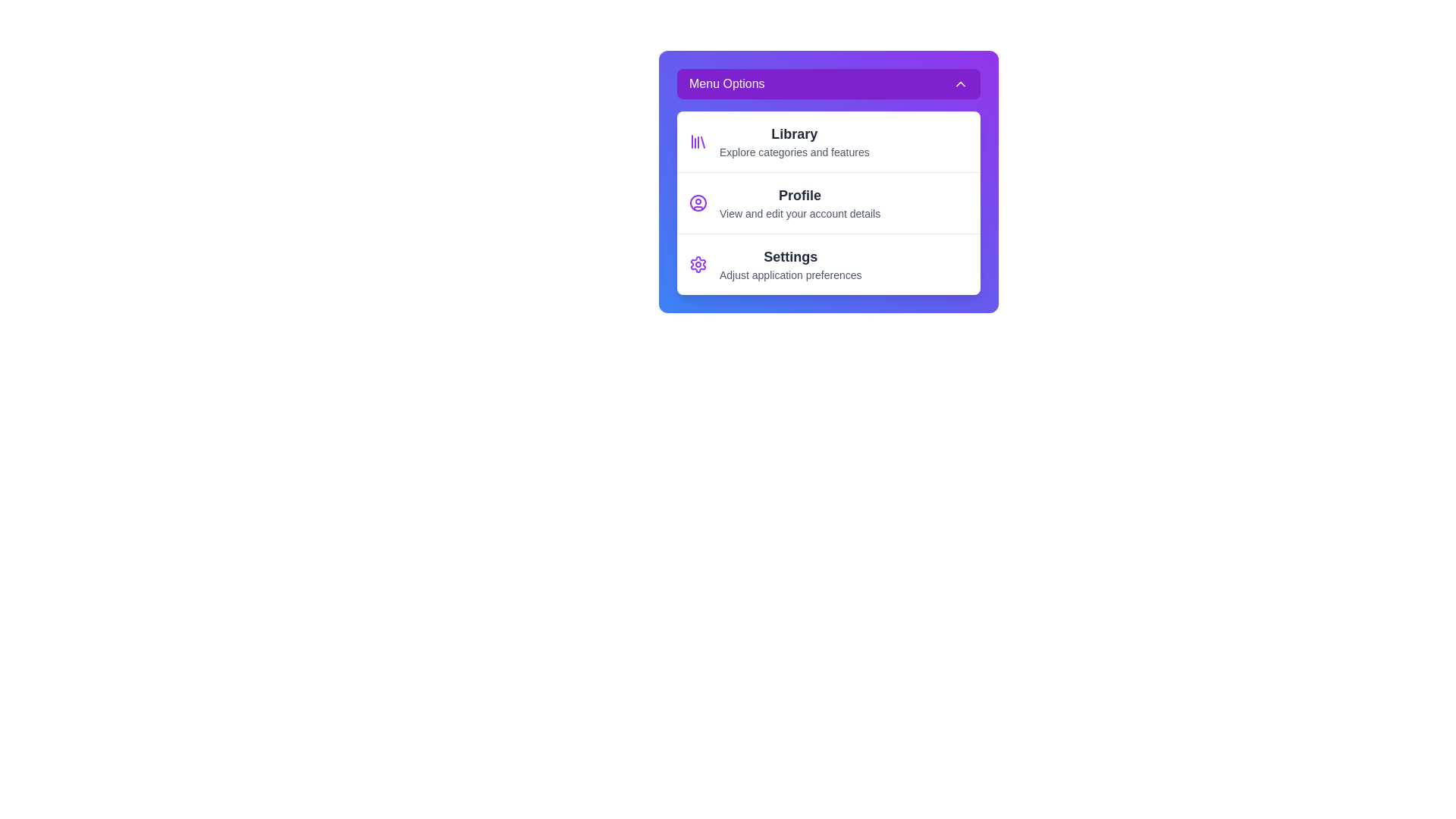 This screenshot has width=1456, height=819. I want to click on the static text displaying 'Explore categories and features', which is located beneath the 'Library' heading in the menu panel, so click(793, 152).